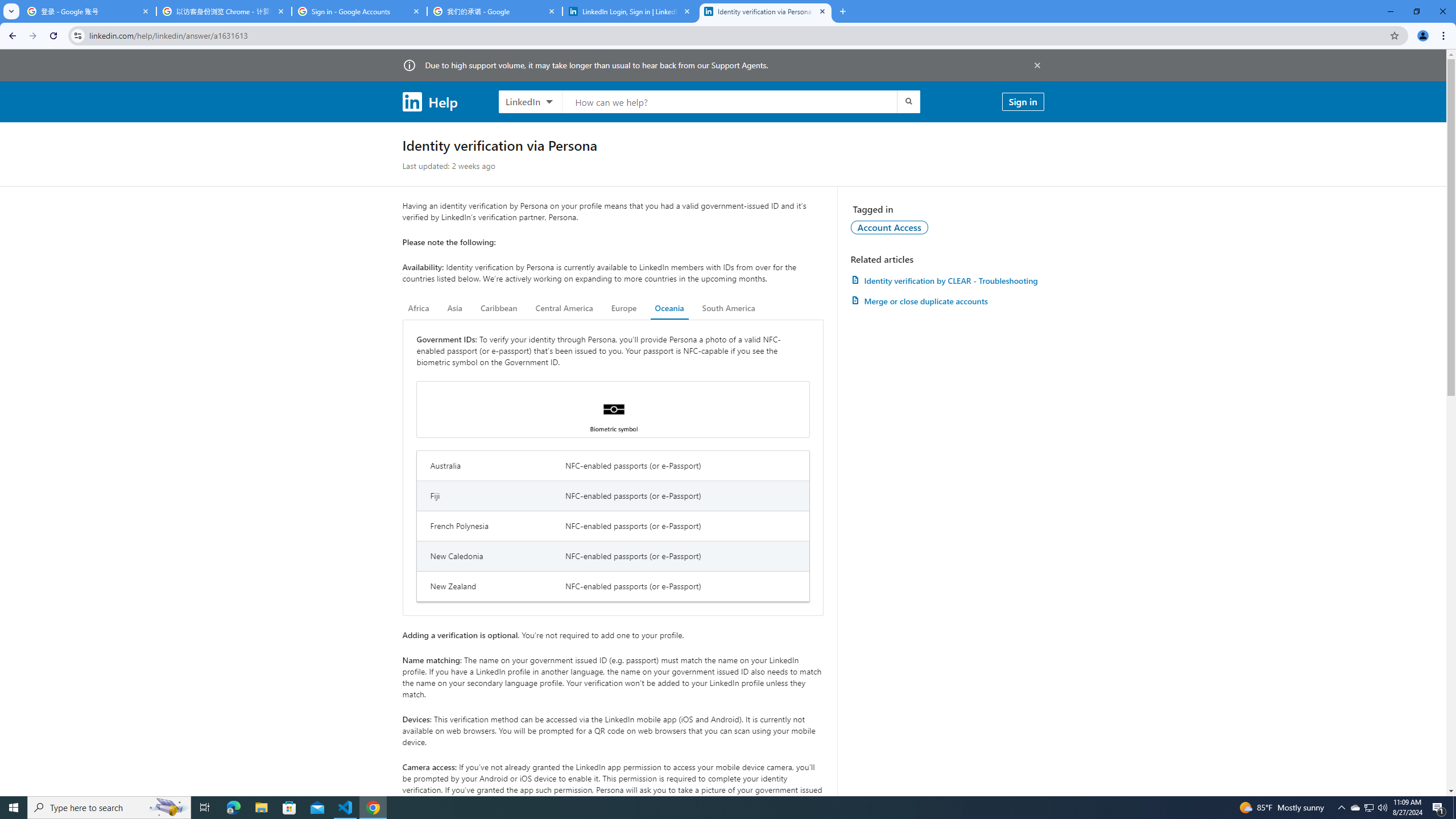 This screenshot has height=819, width=1456. What do you see at coordinates (359, 11) in the screenshot?
I see `'Sign in - Google Accounts'` at bounding box center [359, 11].